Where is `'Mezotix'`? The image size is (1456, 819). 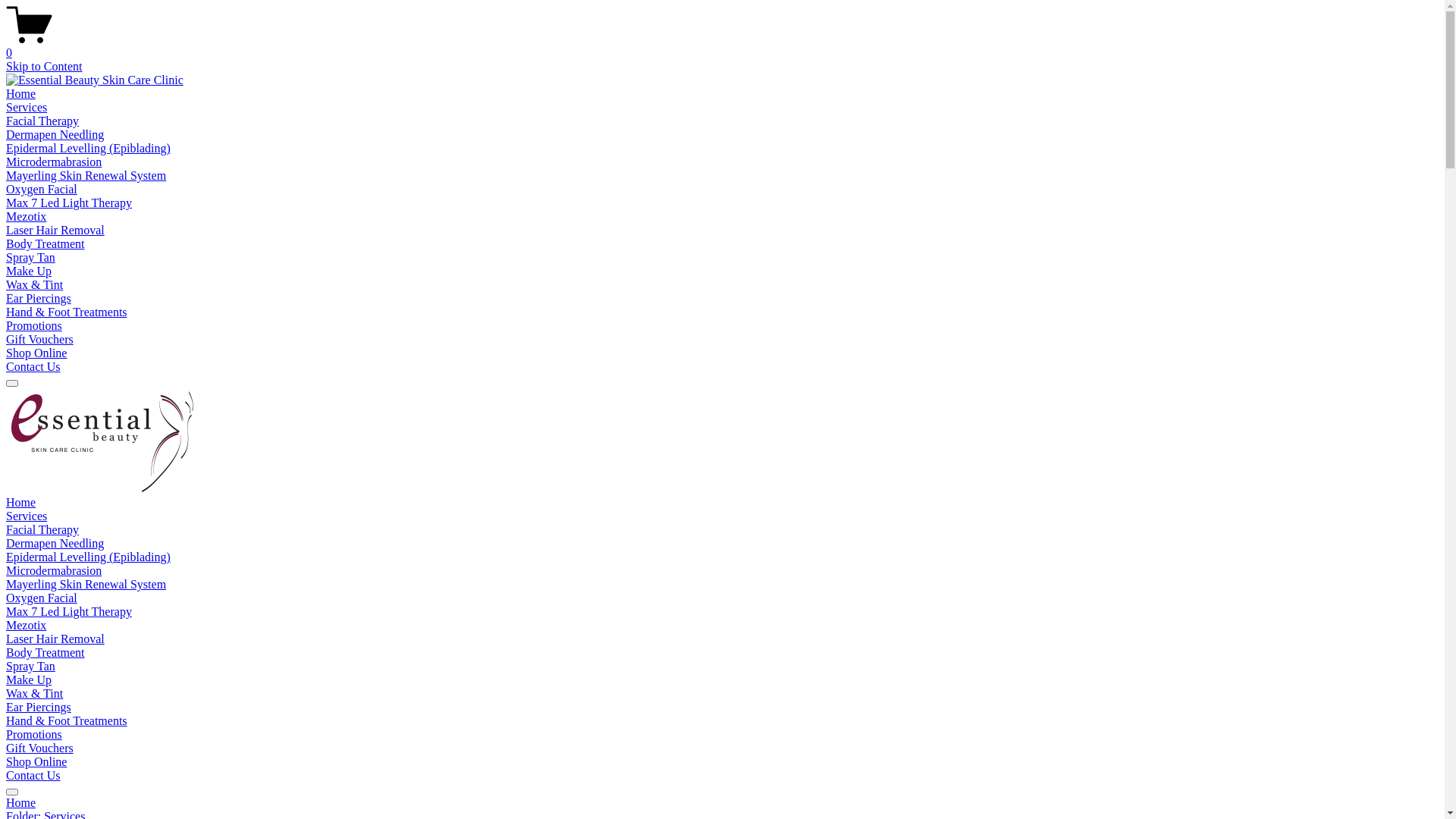 'Mezotix' is located at coordinates (26, 216).